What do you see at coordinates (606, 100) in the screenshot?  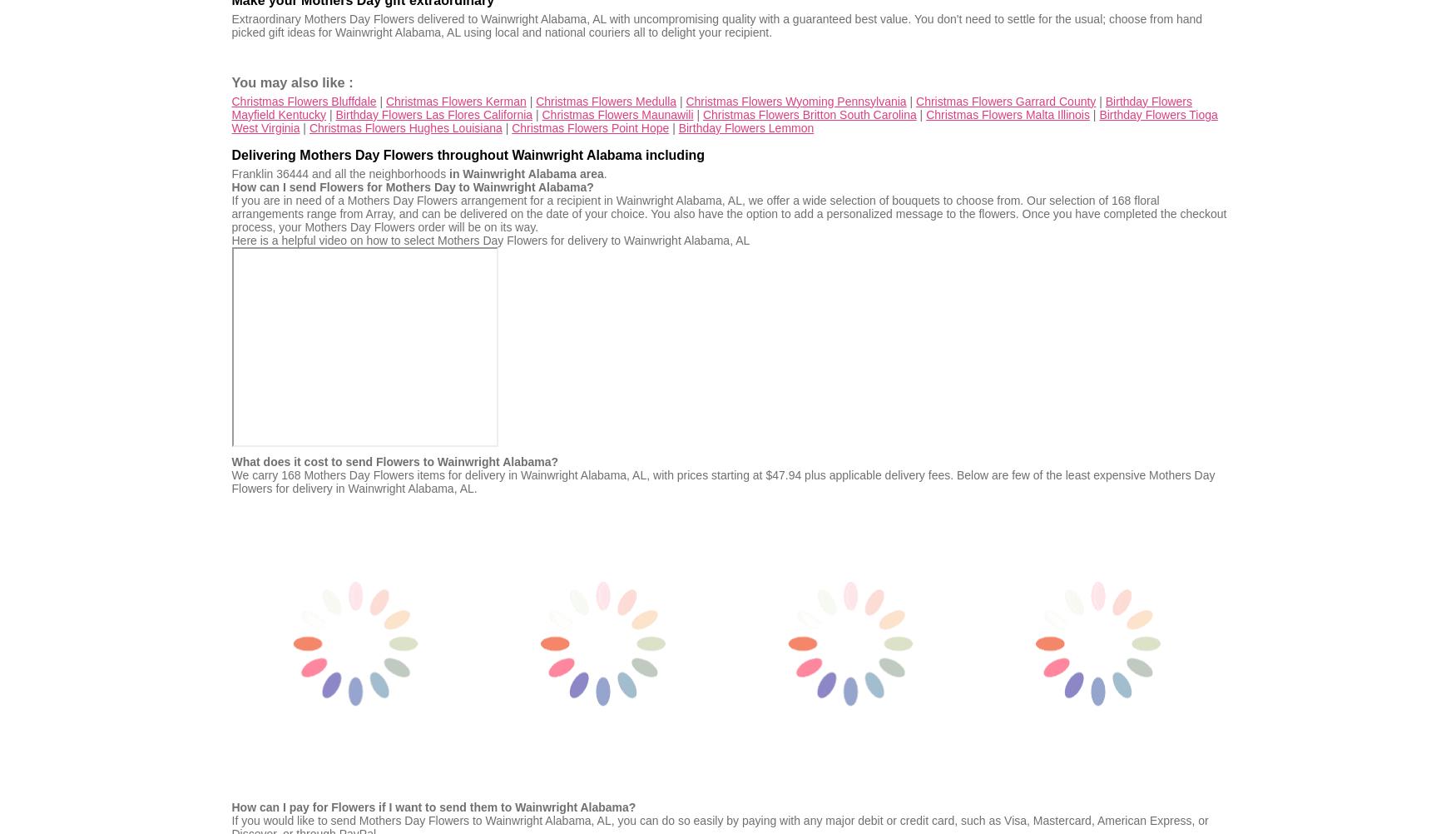 I see `'Christmas Flowers Medulla'` at bounding box center [606, 100].